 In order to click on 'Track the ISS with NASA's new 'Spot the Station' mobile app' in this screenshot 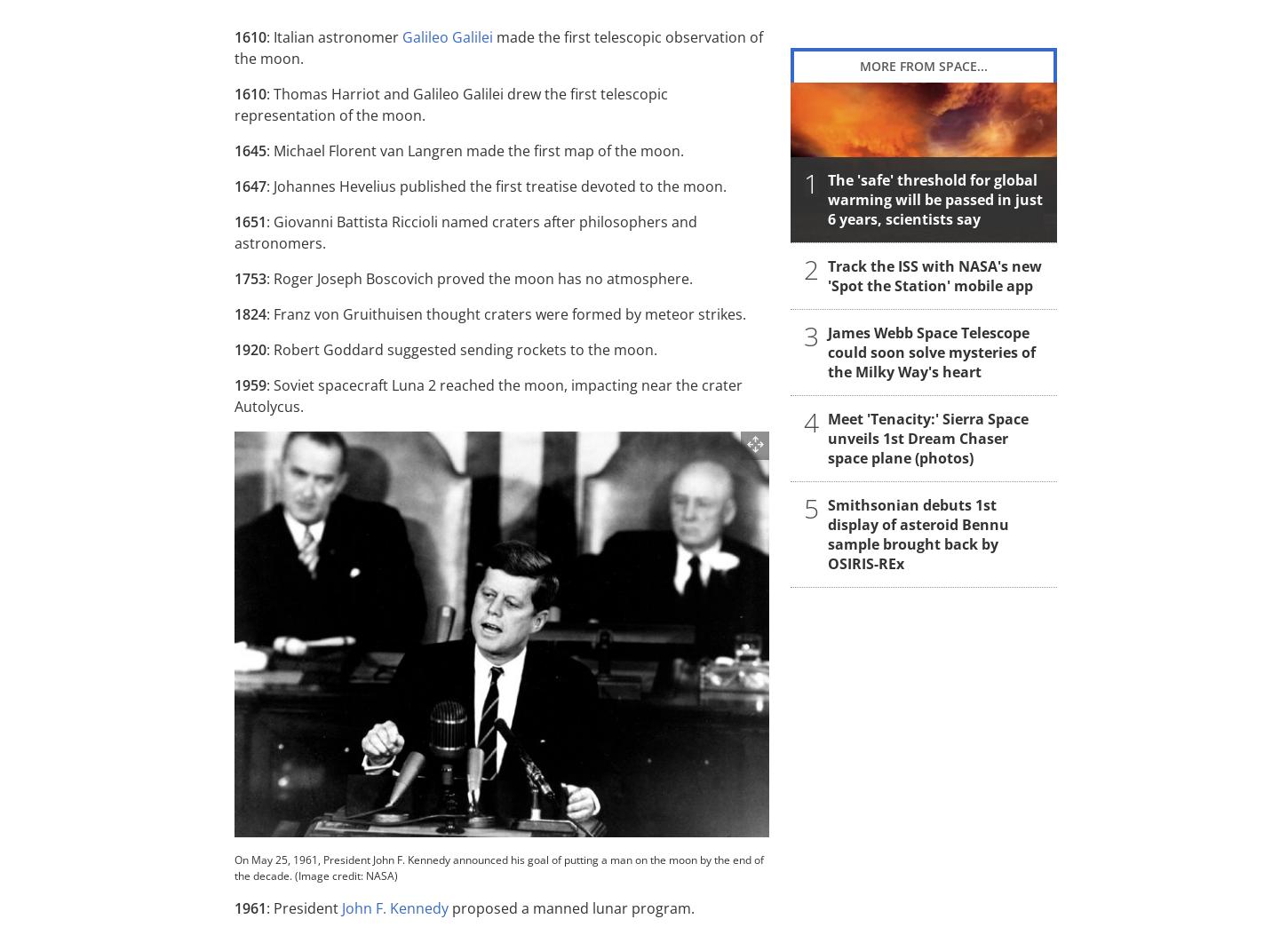, I will do `click(934, 273)`.